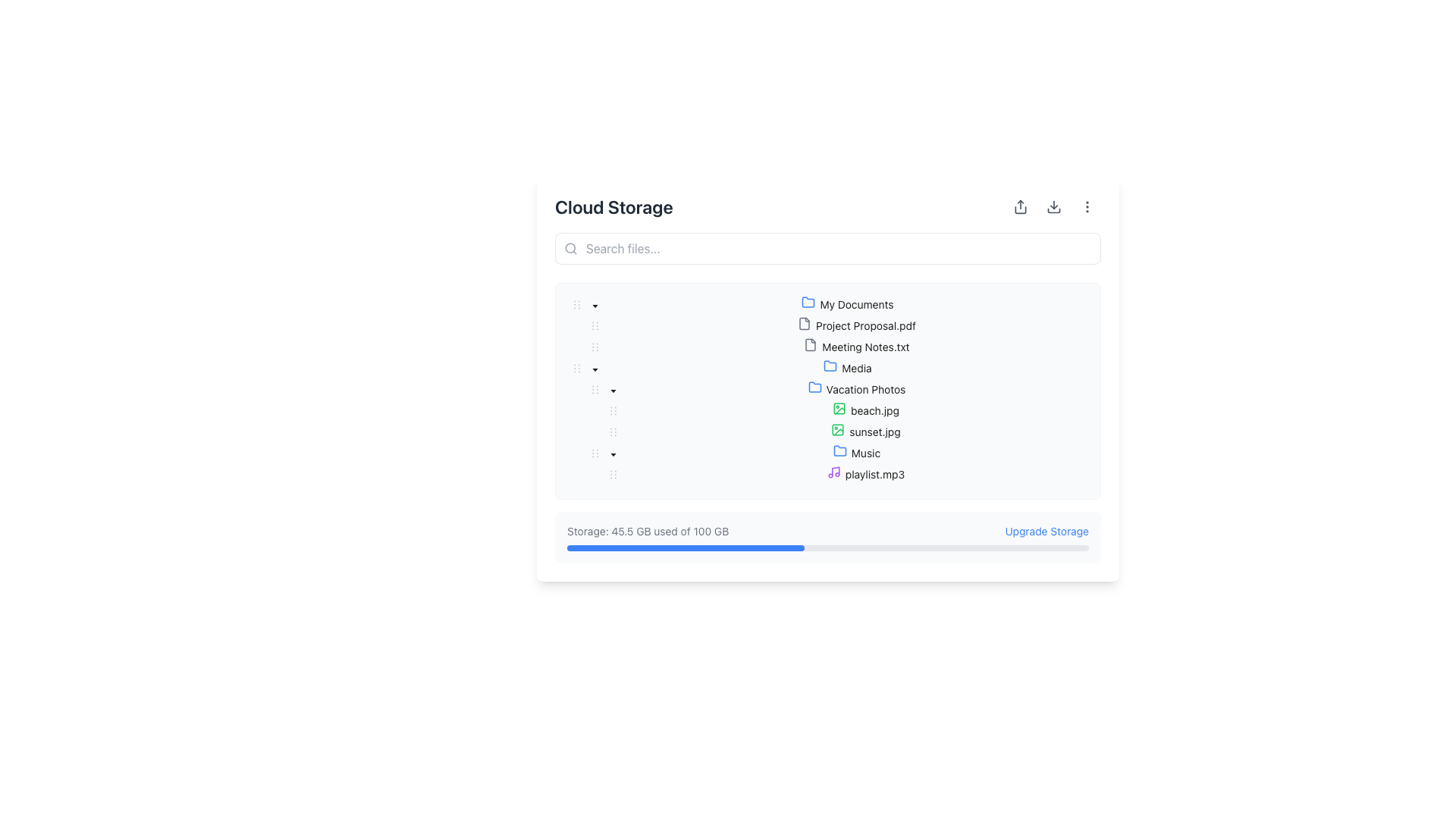 This screenshot has height=819, width=1456. What do you see at coordinates (806, 325) in the screenshot?
I see `the document file icon representing 'Project Proposal.pdf' located on the left side of the label in the file tree structure under 'My Documents'` at bounding box center [806, 325].